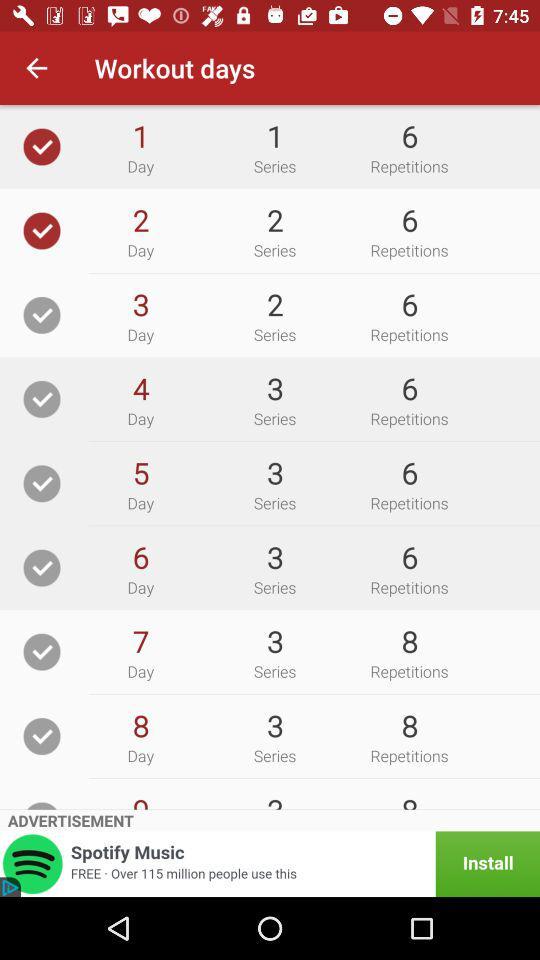 This screenshot has width=540, height=960. What do you see at coordinates (139, 640) in the screenshot?
I see `7` at bounding box center [139, 640].